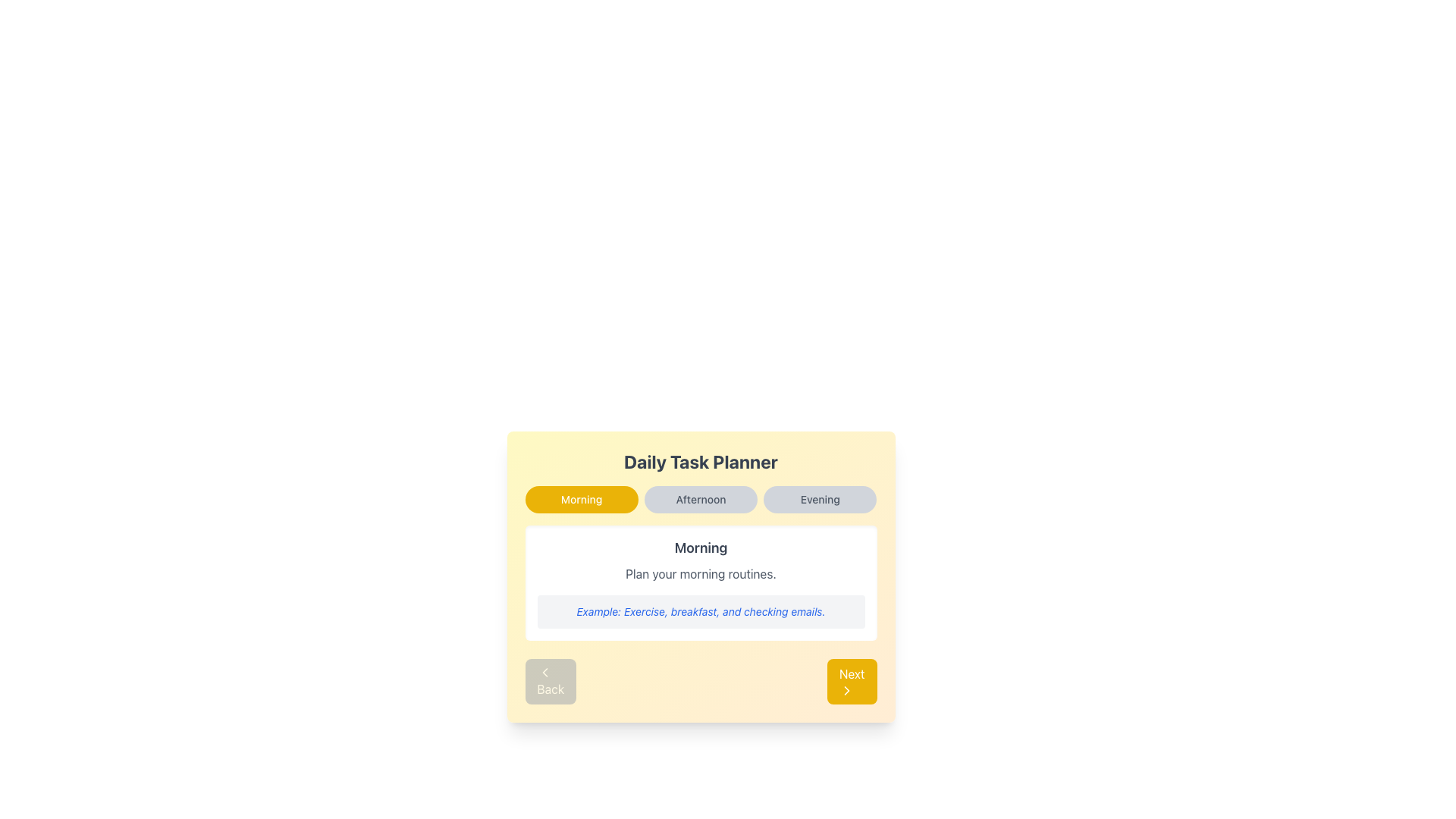  Describe the element at coordinates (700, 500) in the screenshot. I see `the rectangular button with rounded edges labeled 'Afternoon' located in the middle of the three-button group under the 'Daily Task Planner' header` at that location.